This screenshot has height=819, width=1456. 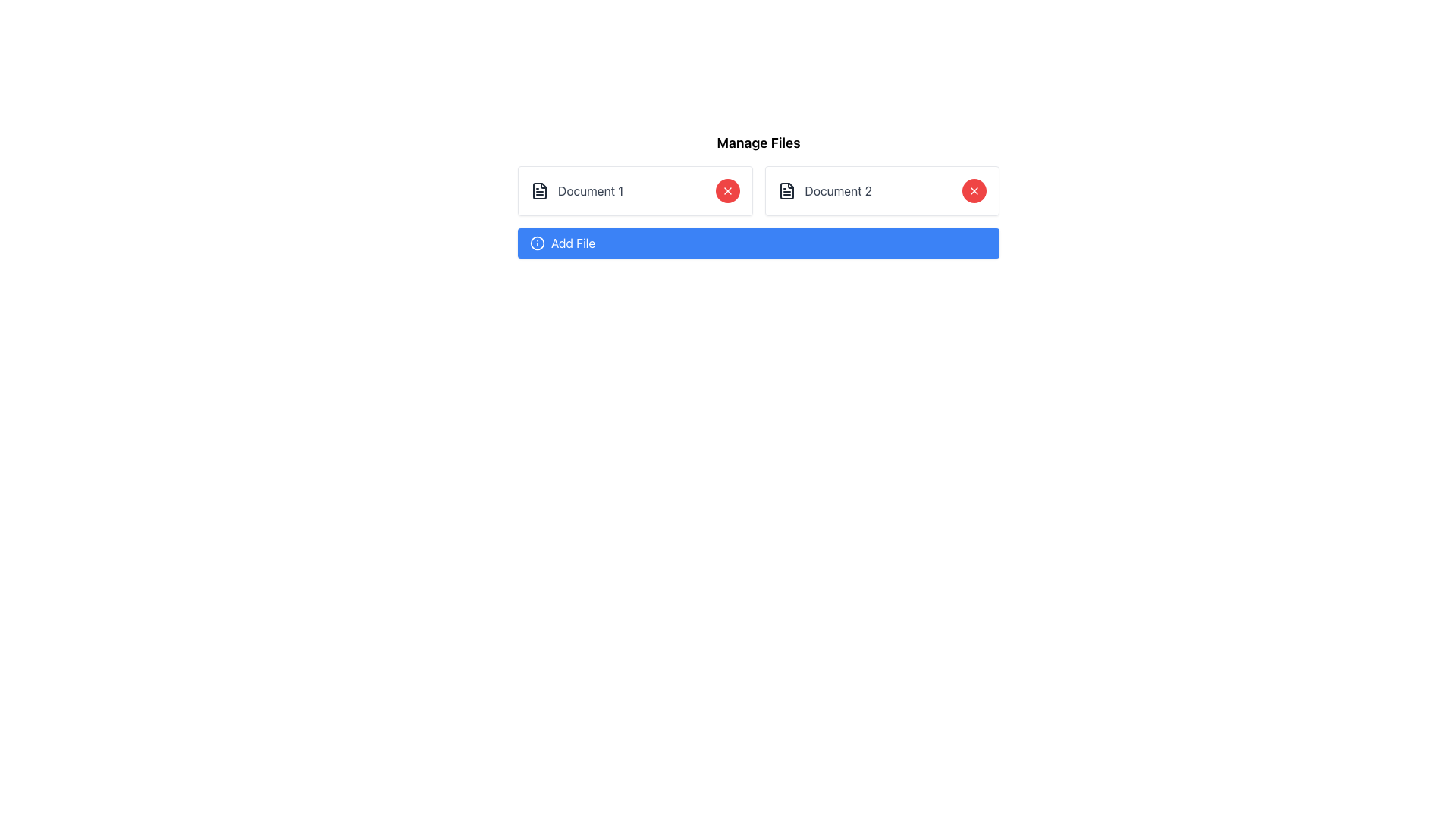 I want to click on the information icon located at the leftmost position of the 'Add File' button, which features a blue outlined circular design with a dot in the middle, so click(x=538, y=242).